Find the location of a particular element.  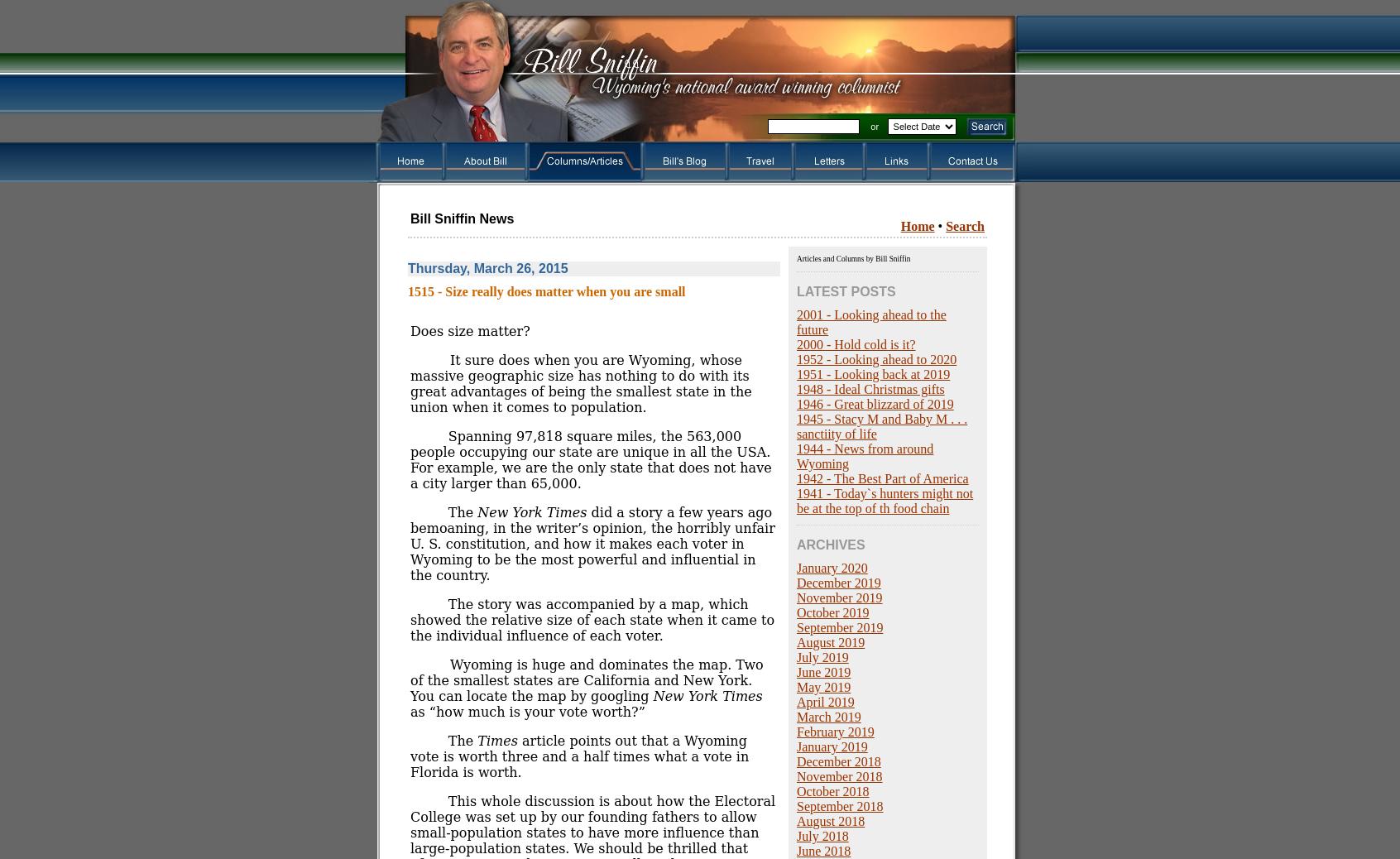

'For example, we are the only state that does
not have a city larger than 65,000.' is located at coordinates (590, 474).